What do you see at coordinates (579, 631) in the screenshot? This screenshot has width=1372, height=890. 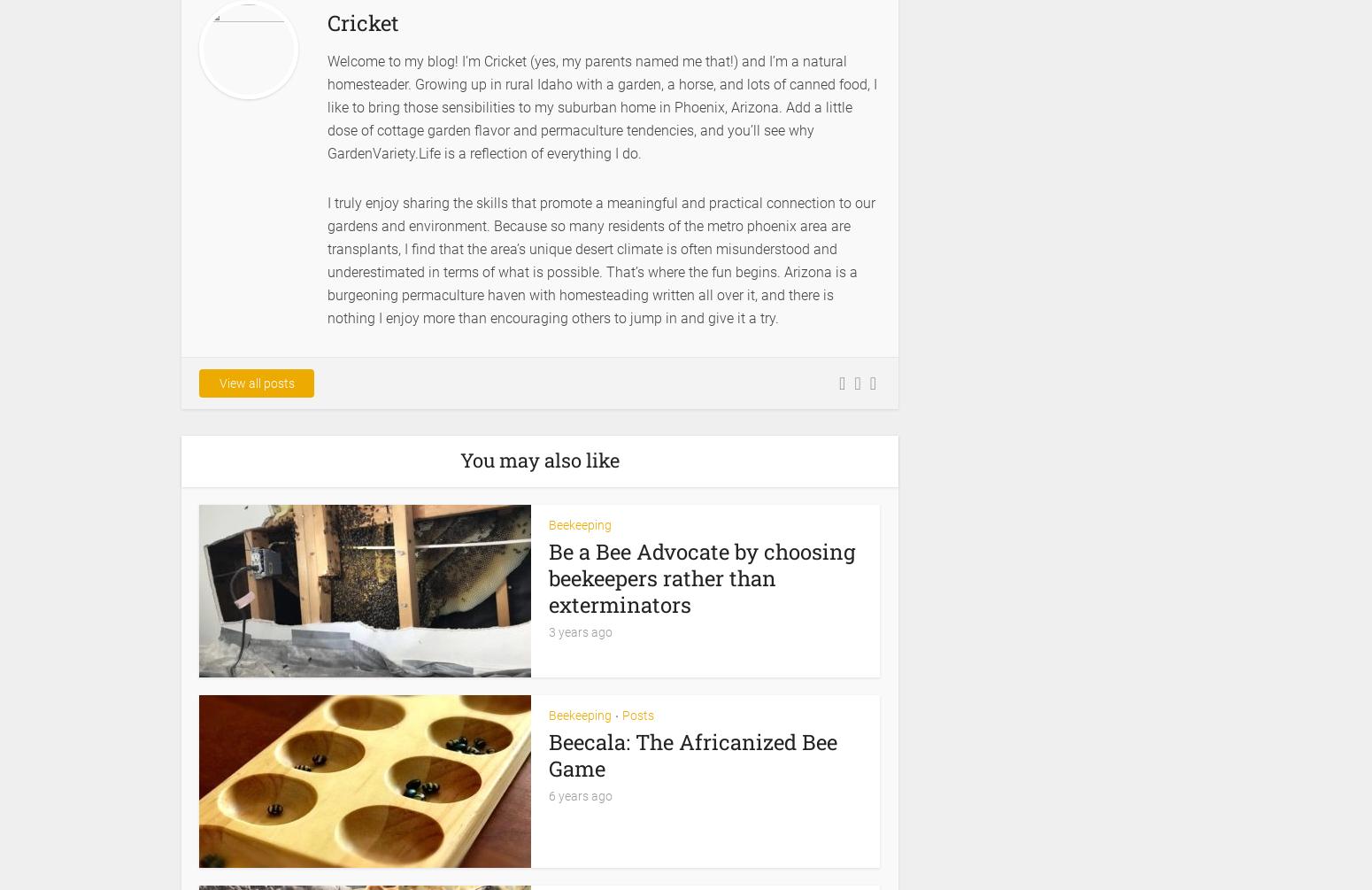 I see `'3 years ago'` at bounding box center [579, 631].